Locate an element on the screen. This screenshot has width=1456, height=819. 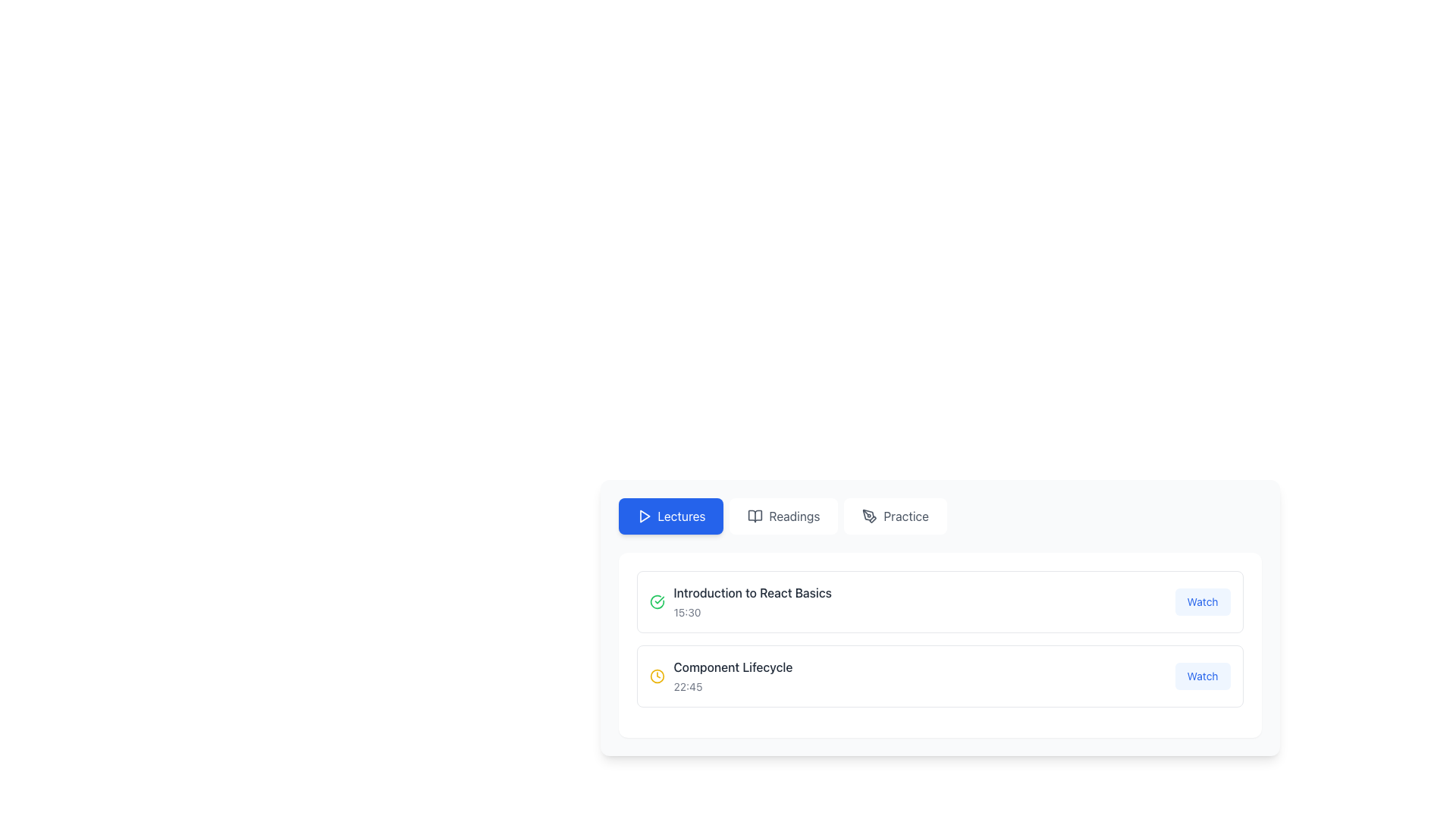
the text label component paired with an icon in the second row of the lecture topics list is located at coordinates (733, 675).